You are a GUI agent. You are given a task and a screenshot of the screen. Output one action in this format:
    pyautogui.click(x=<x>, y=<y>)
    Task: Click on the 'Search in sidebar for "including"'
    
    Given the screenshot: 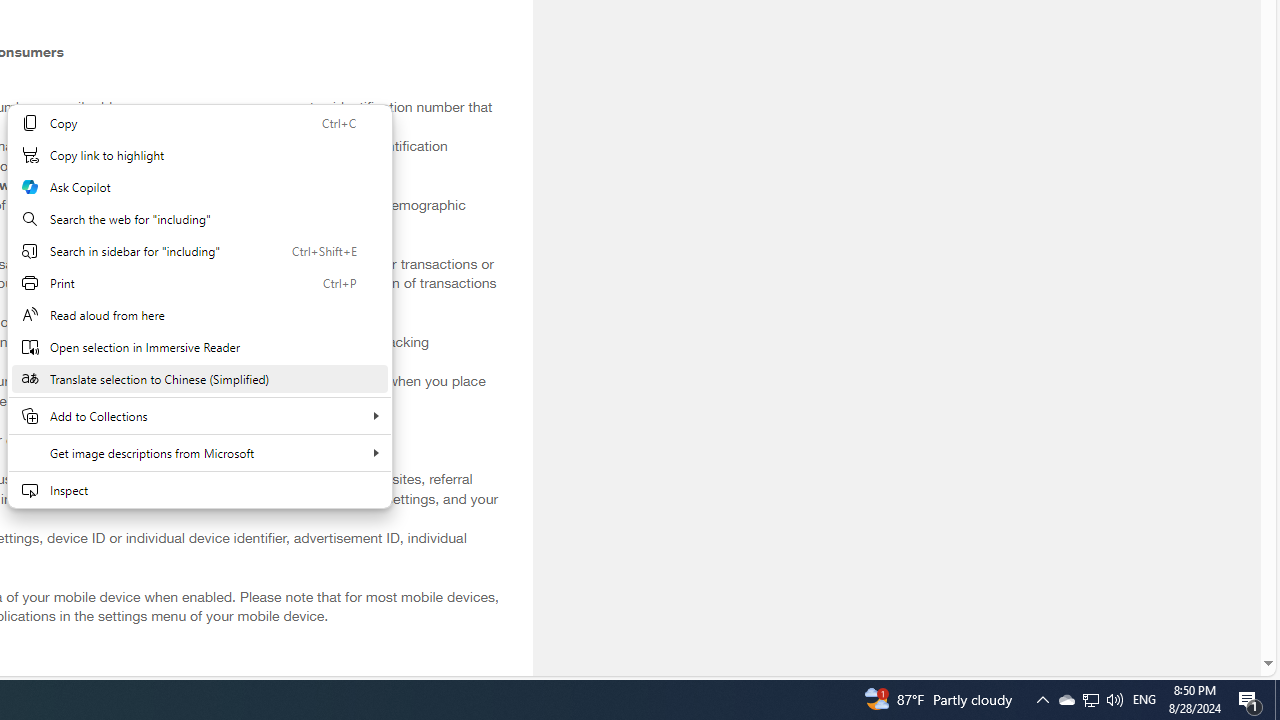 What is the action you would take?
    pyautogui.click(x=199, y=249)
    